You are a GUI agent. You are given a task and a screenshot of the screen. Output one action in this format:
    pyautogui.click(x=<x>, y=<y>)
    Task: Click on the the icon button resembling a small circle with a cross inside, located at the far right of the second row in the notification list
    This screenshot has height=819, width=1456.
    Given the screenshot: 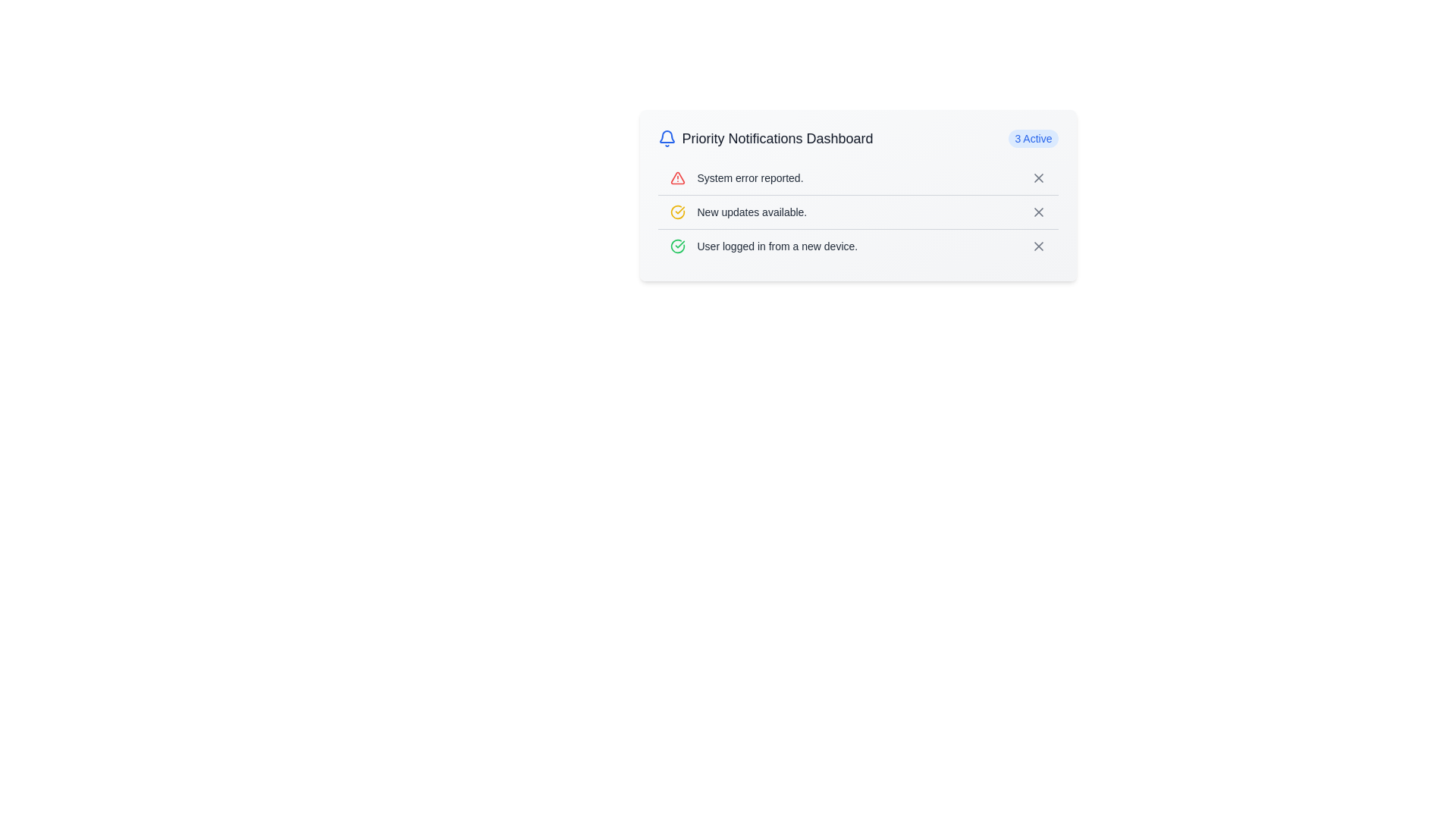 What is the action you would take?
    pyautogui.click(x=1037, y=212)
    